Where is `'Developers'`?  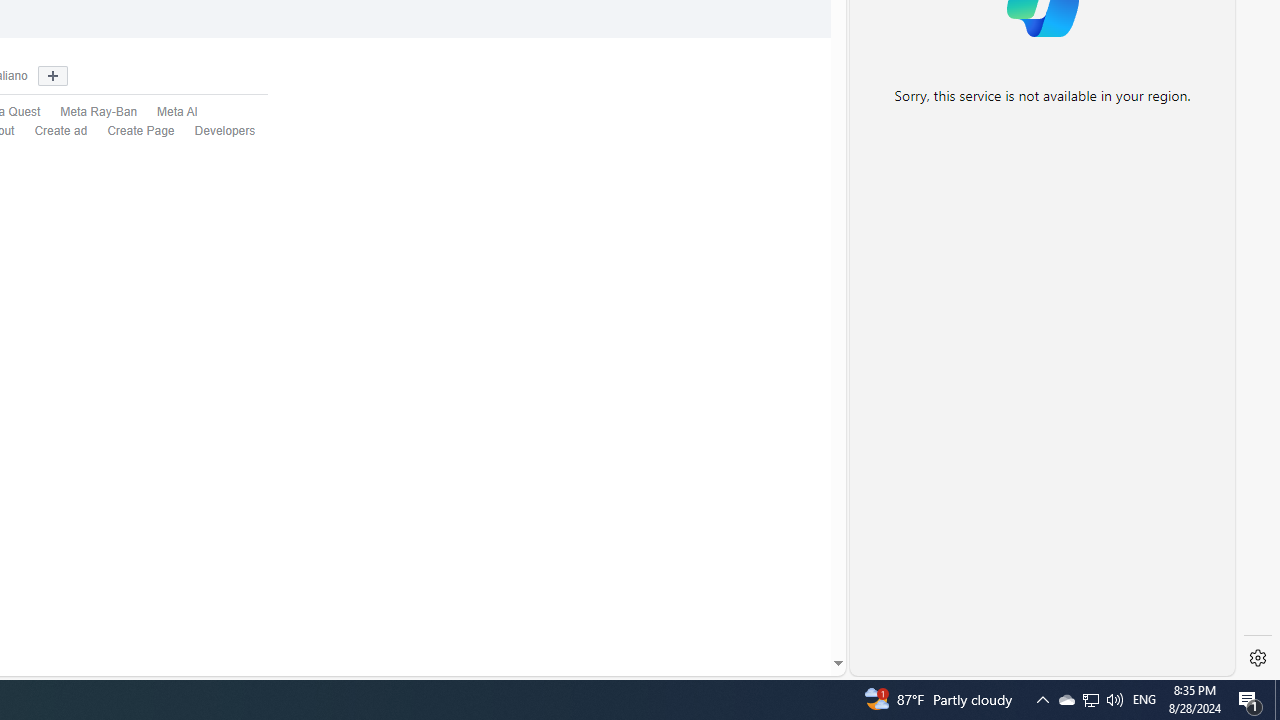 'Developers' is located at coordinates (225, 131).